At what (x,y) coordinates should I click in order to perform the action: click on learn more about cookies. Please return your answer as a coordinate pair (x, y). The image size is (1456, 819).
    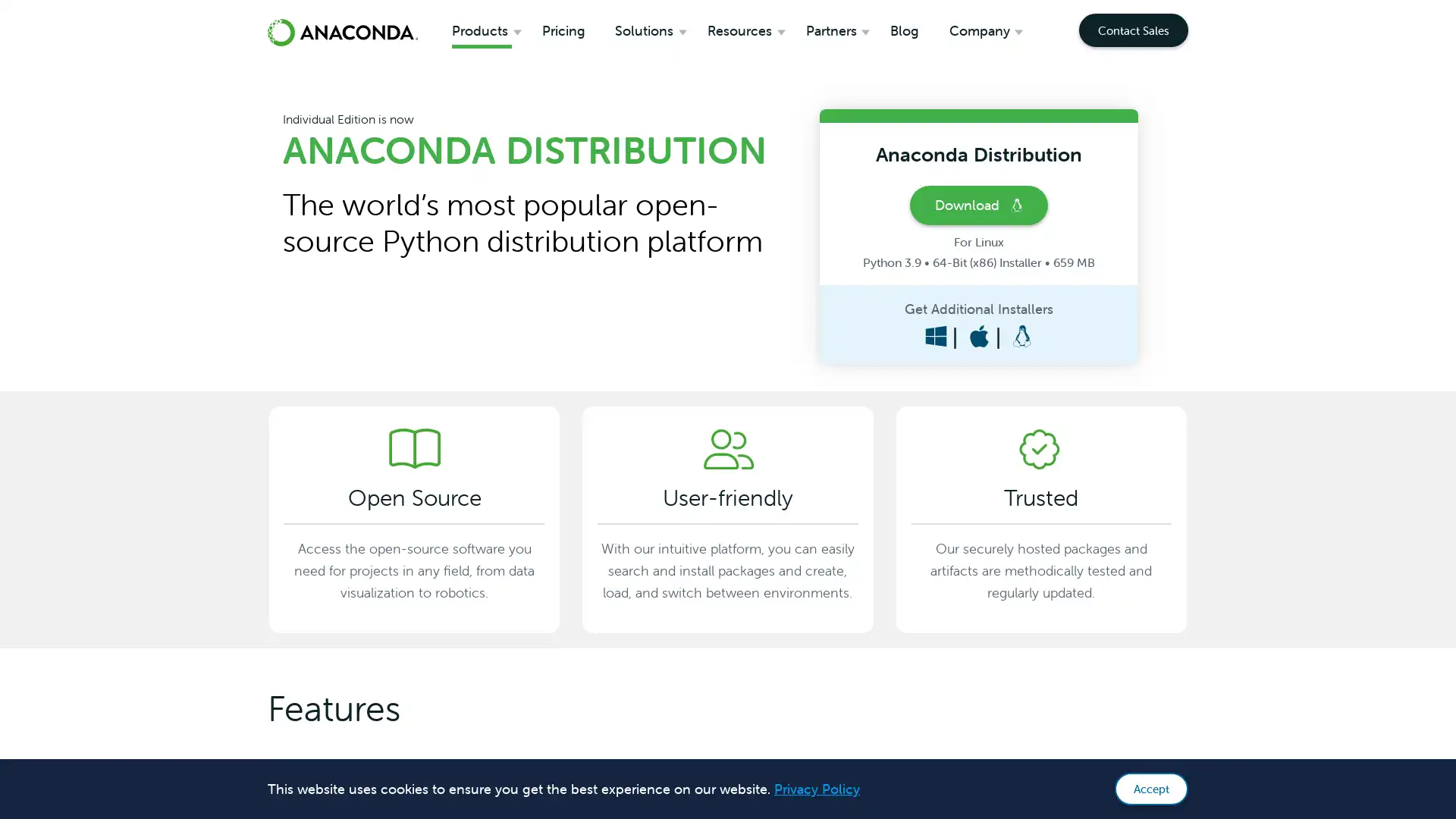
    Looking at the image, I should click on (816, 787).